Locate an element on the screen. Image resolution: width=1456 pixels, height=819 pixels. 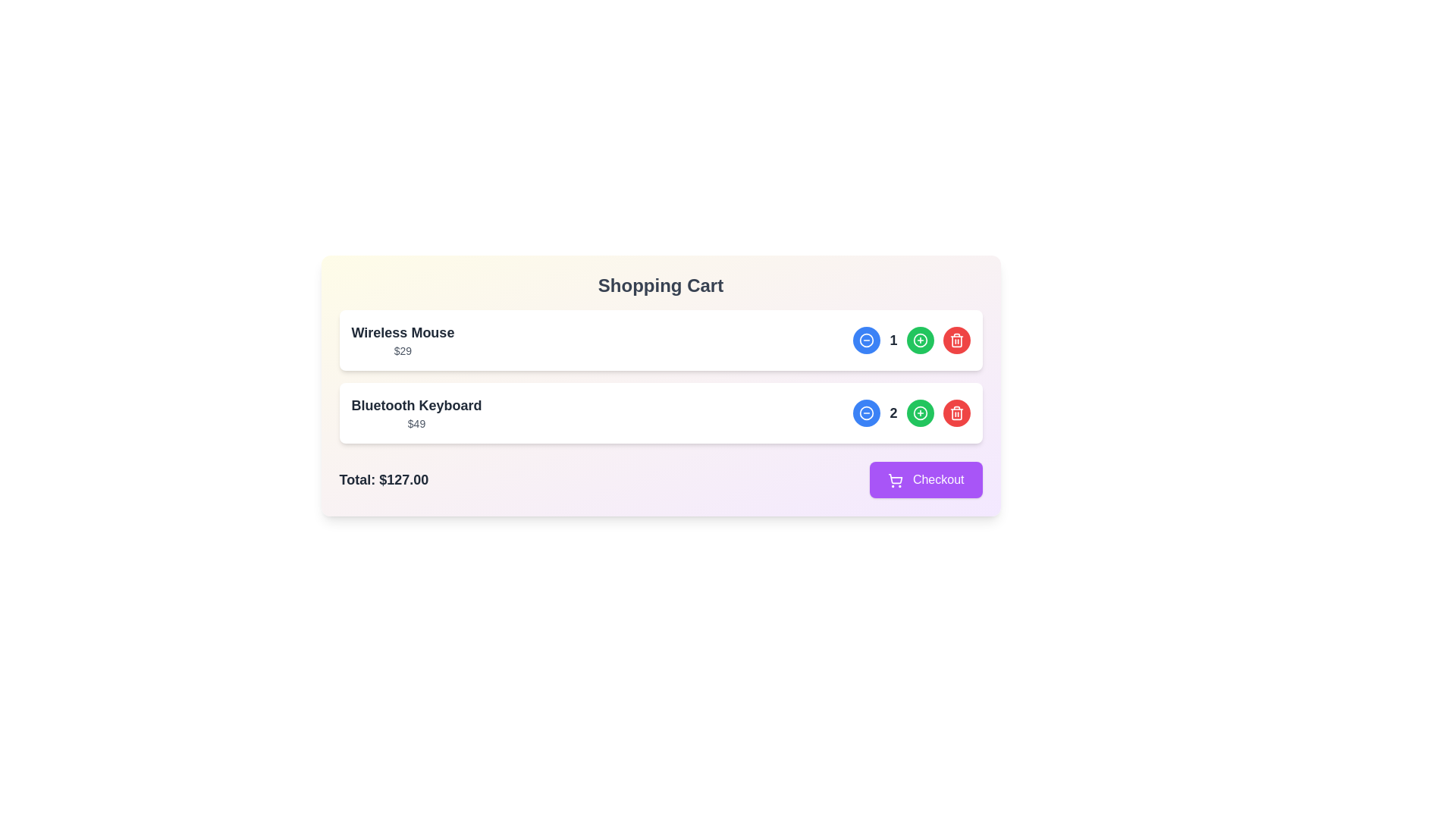
the green circle increment button for the 'Bluetooth Keyboard' item in the shopping cart to increase the quantity is located at coordinates (661, 413).